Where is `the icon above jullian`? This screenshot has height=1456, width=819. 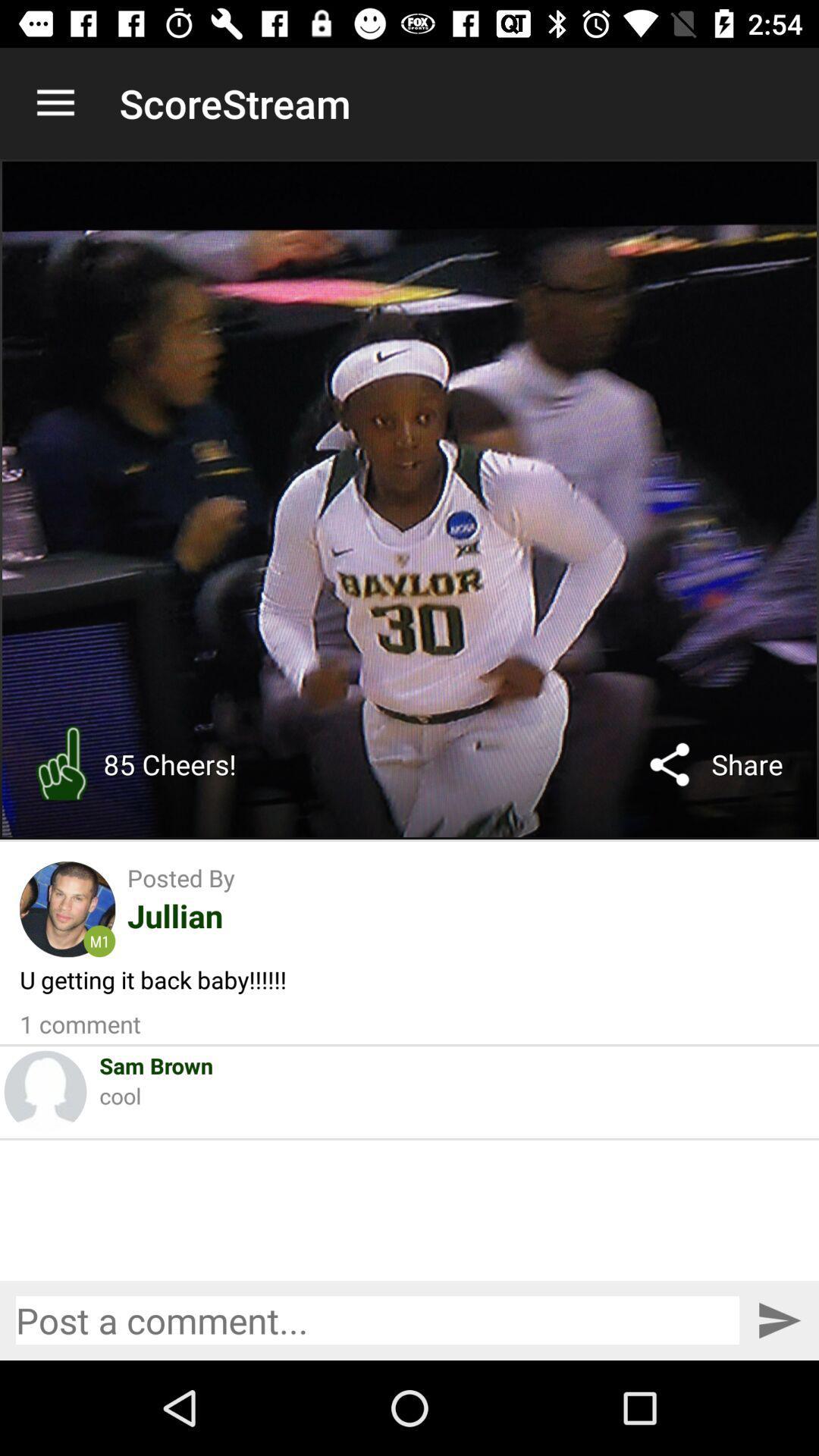
the icon above jullian is located at coordinates (180, 877).